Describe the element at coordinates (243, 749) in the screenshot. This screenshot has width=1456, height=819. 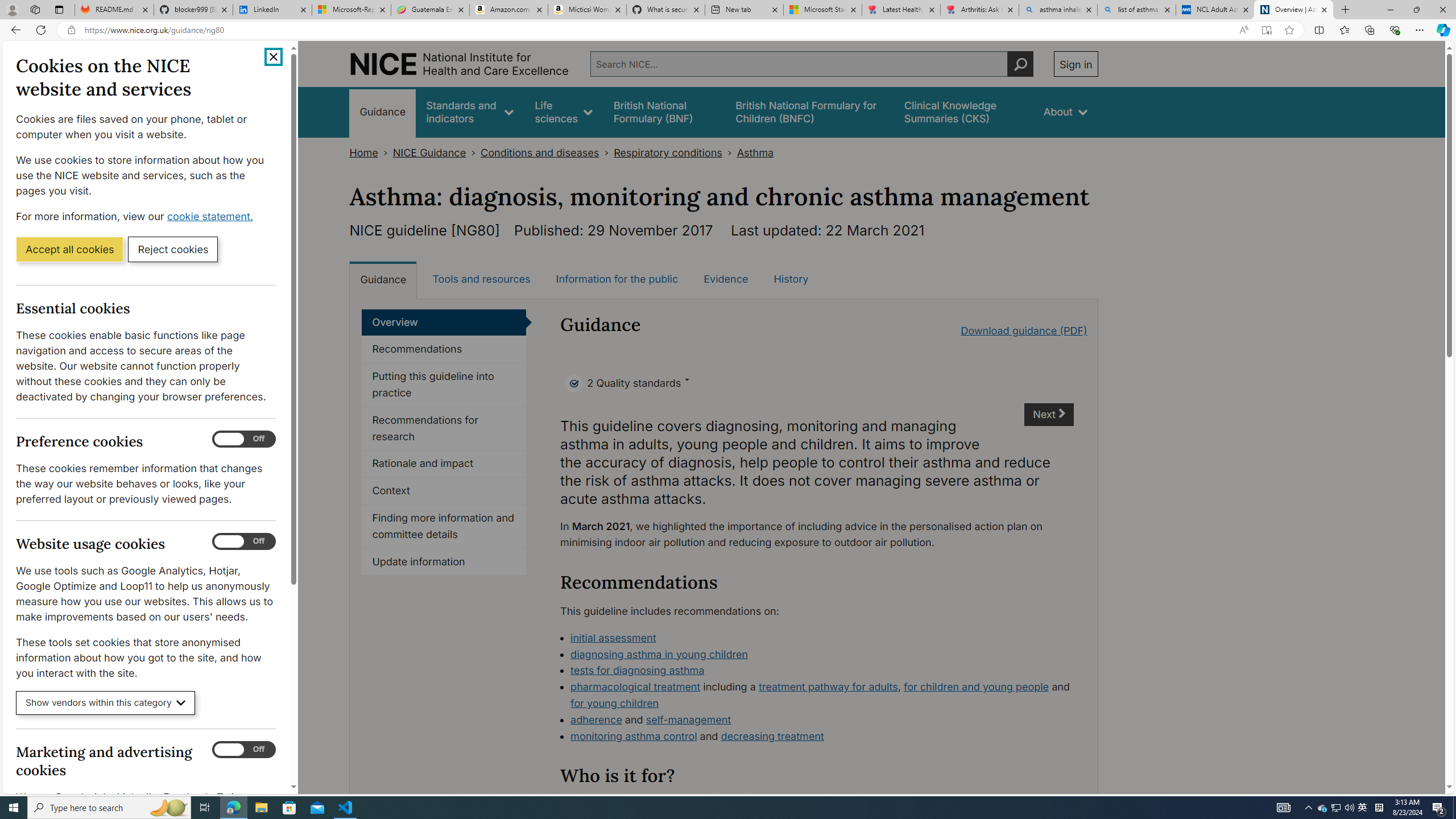
I see `'Marketing and advertising cookies'` at that location.